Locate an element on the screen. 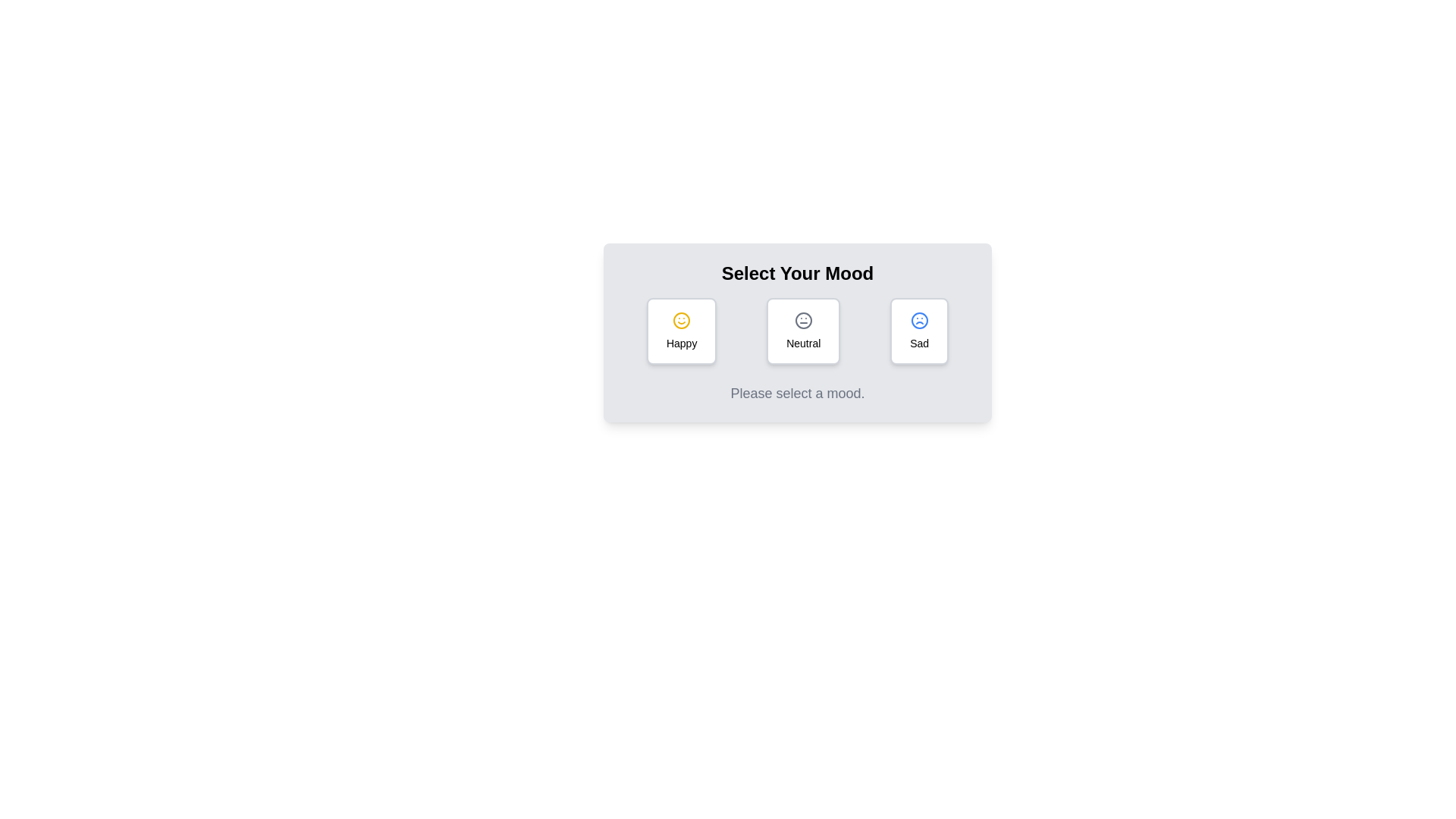  the 'Neutral' mood button located centrally in the mood selection interface is located at coordinates (802, 330).